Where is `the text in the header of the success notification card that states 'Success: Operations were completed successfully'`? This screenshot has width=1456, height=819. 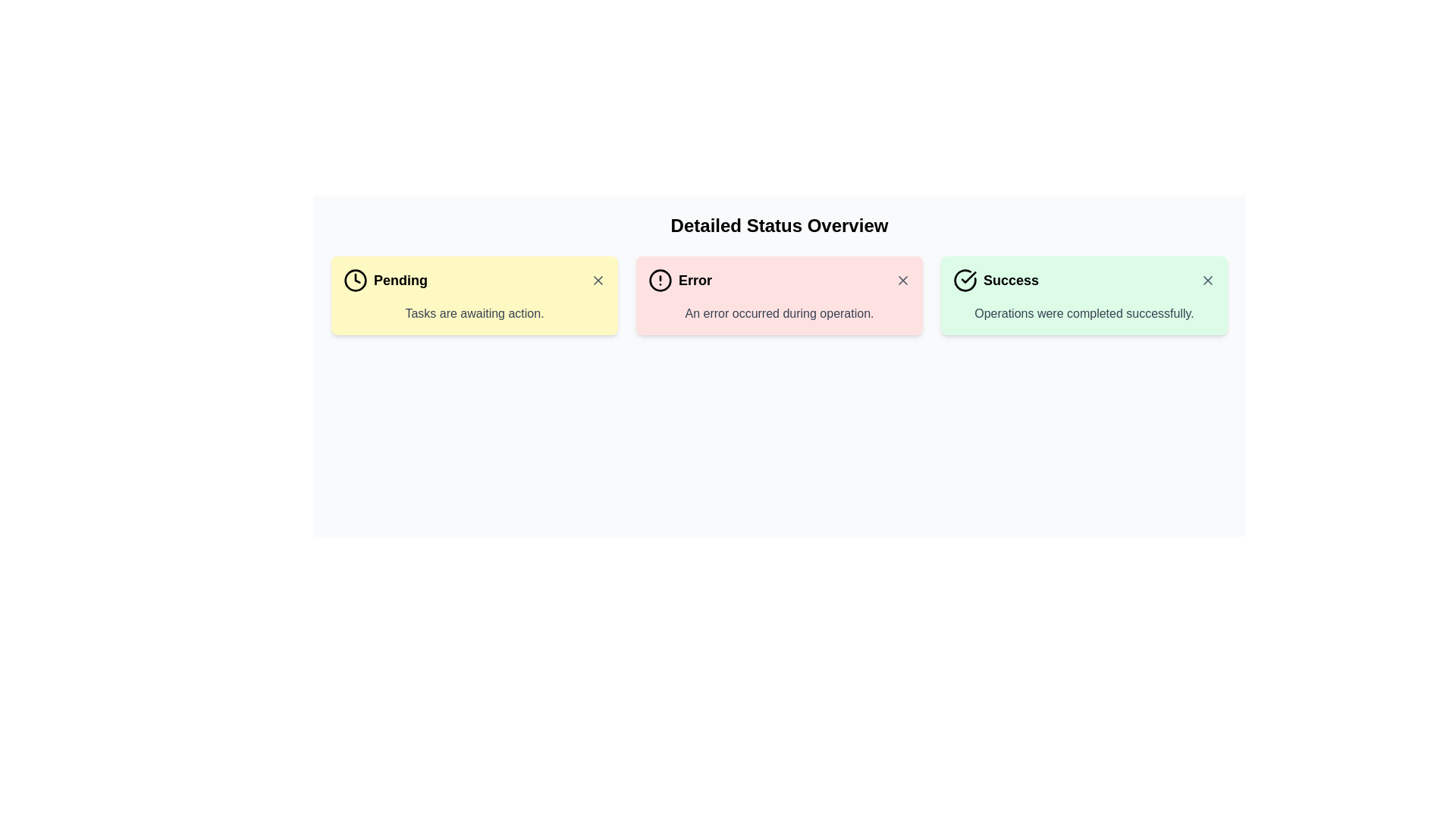 the text in the header of the success notification card that states 'Success: Operations were completed successfully' is located at coordinates (1084, 281).